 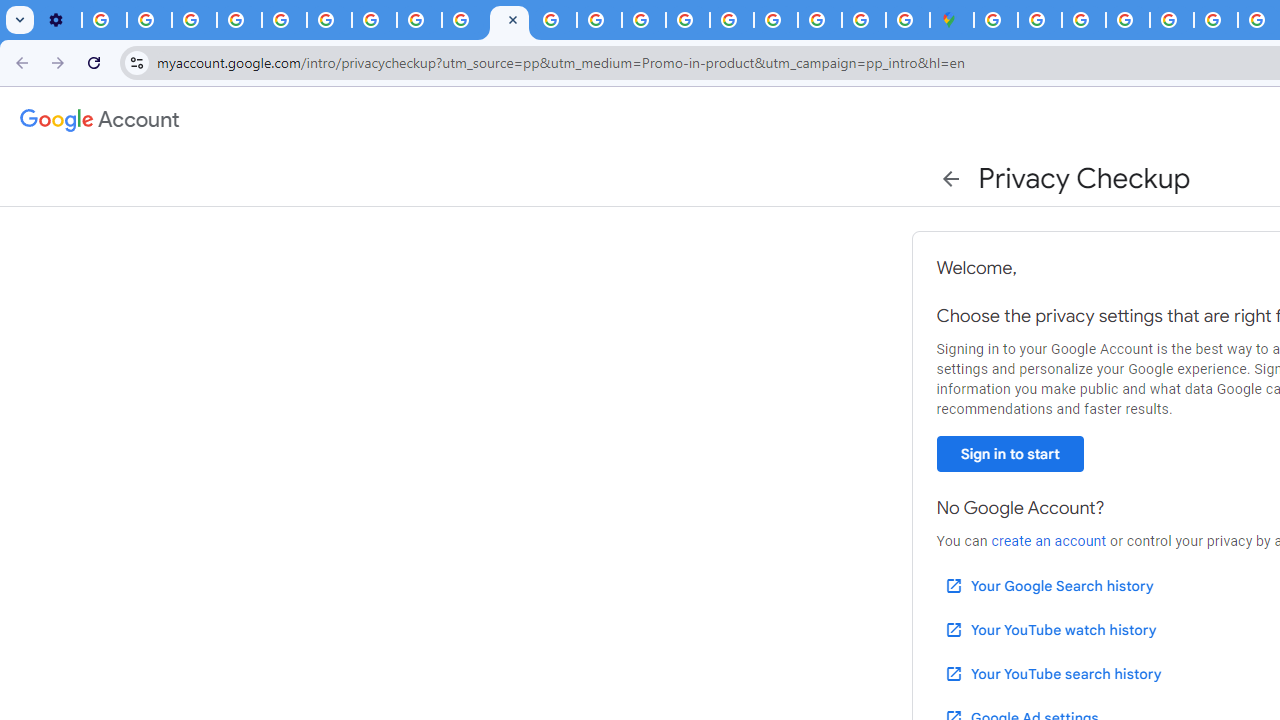 What do you see at coordinates (1009, 454) in the screenshot?
I see `'Sign in to start'` at bounding box center [1009, 454].